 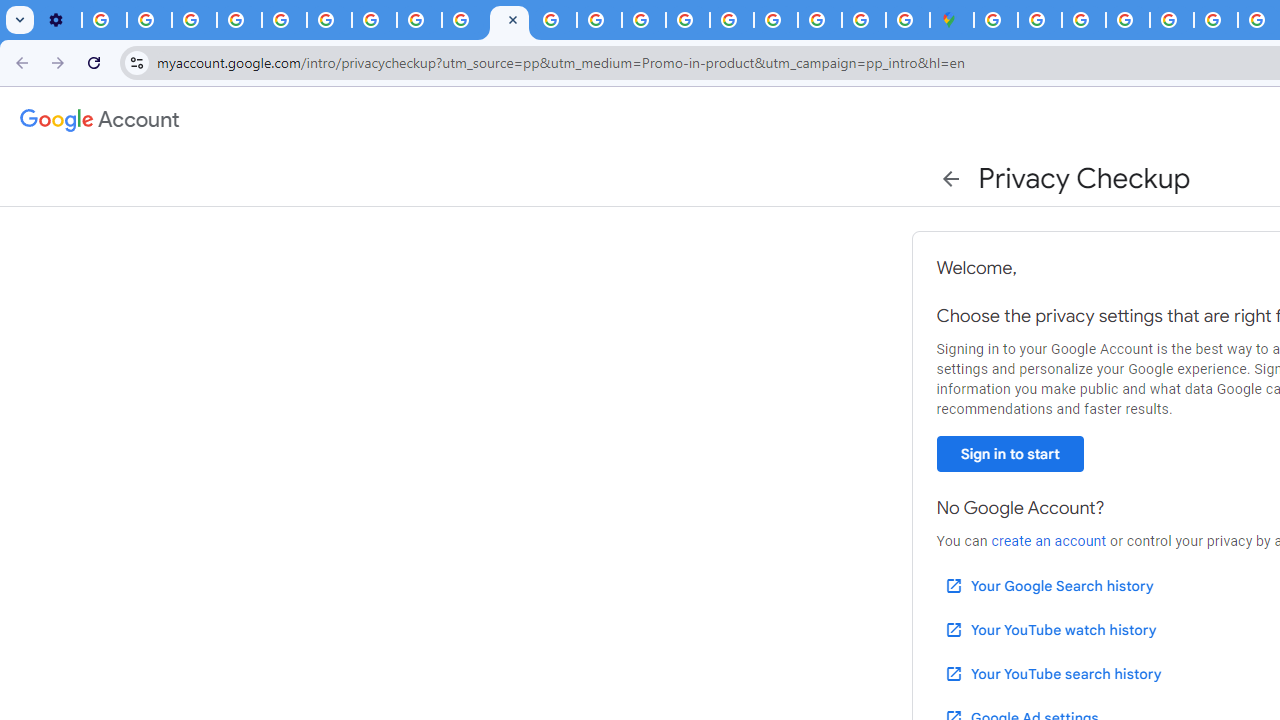 What do you see at coordinates (1009, 454) in the screenshot?
I see `'Sign in to start'` at bounding box center [1009, 454].